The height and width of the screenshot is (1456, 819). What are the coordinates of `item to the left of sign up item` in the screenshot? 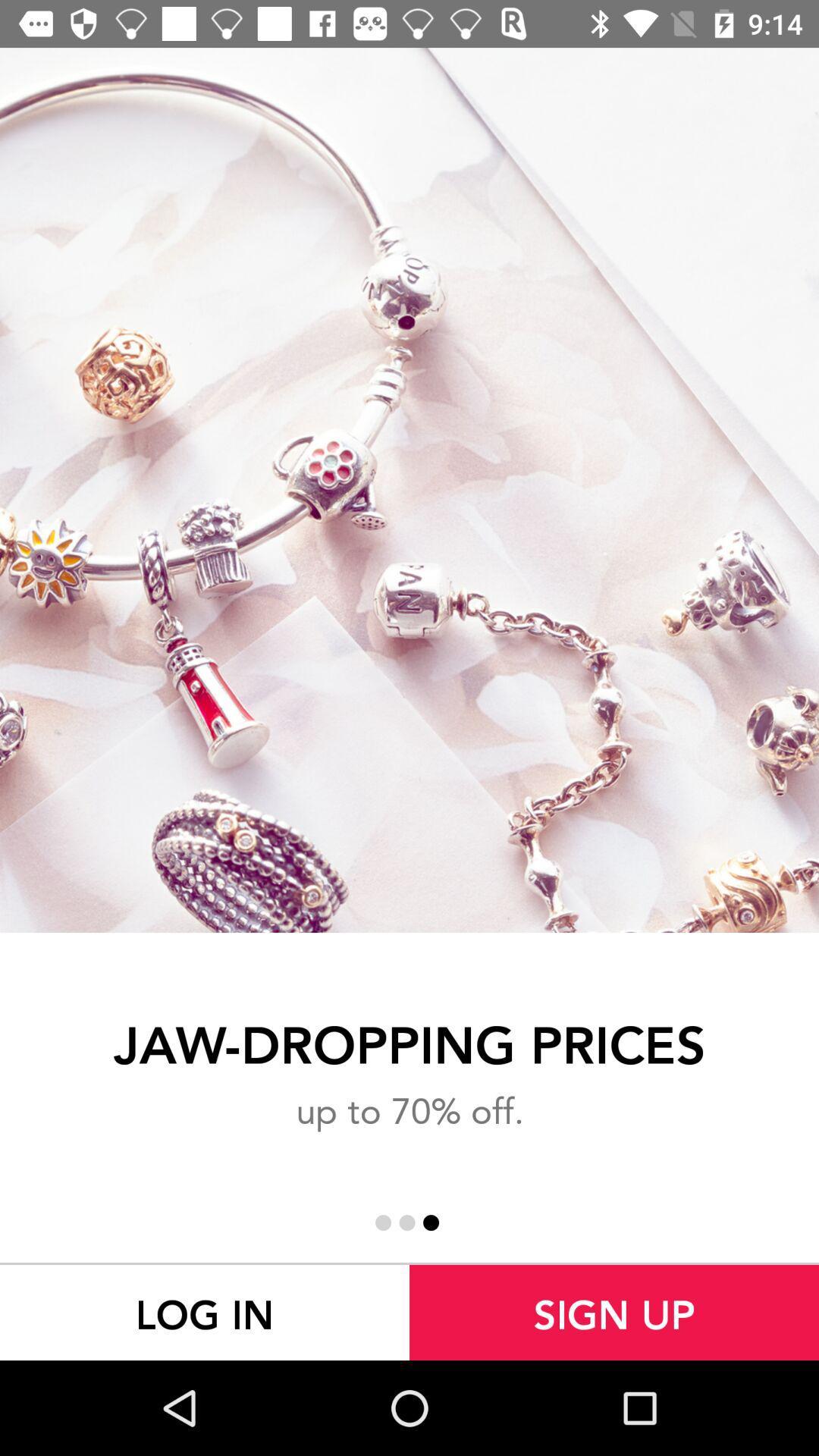 It's located at (205, 1312).